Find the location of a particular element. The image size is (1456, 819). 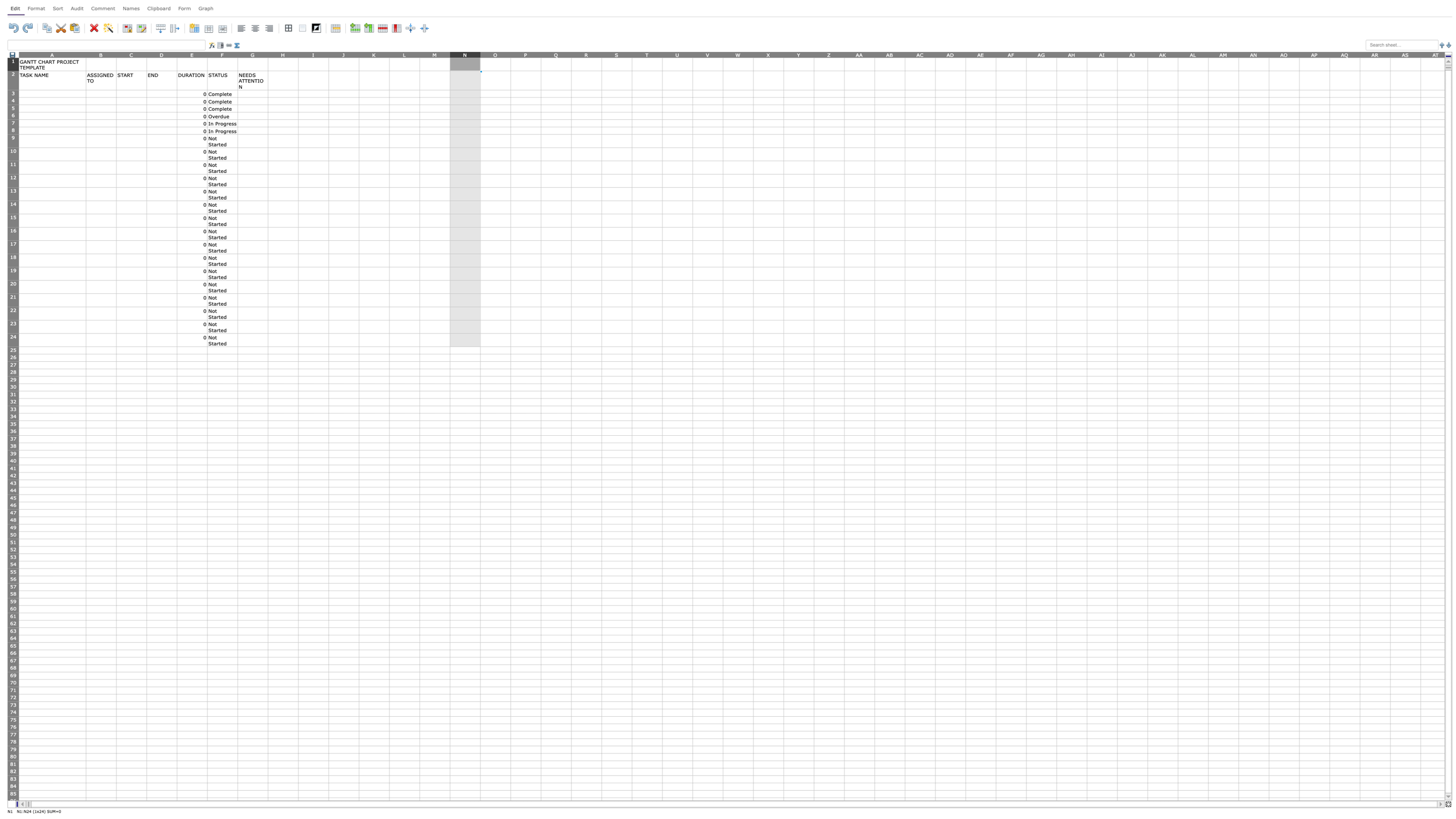

column O's right edge for resizing is located at coordinates (510, 54).